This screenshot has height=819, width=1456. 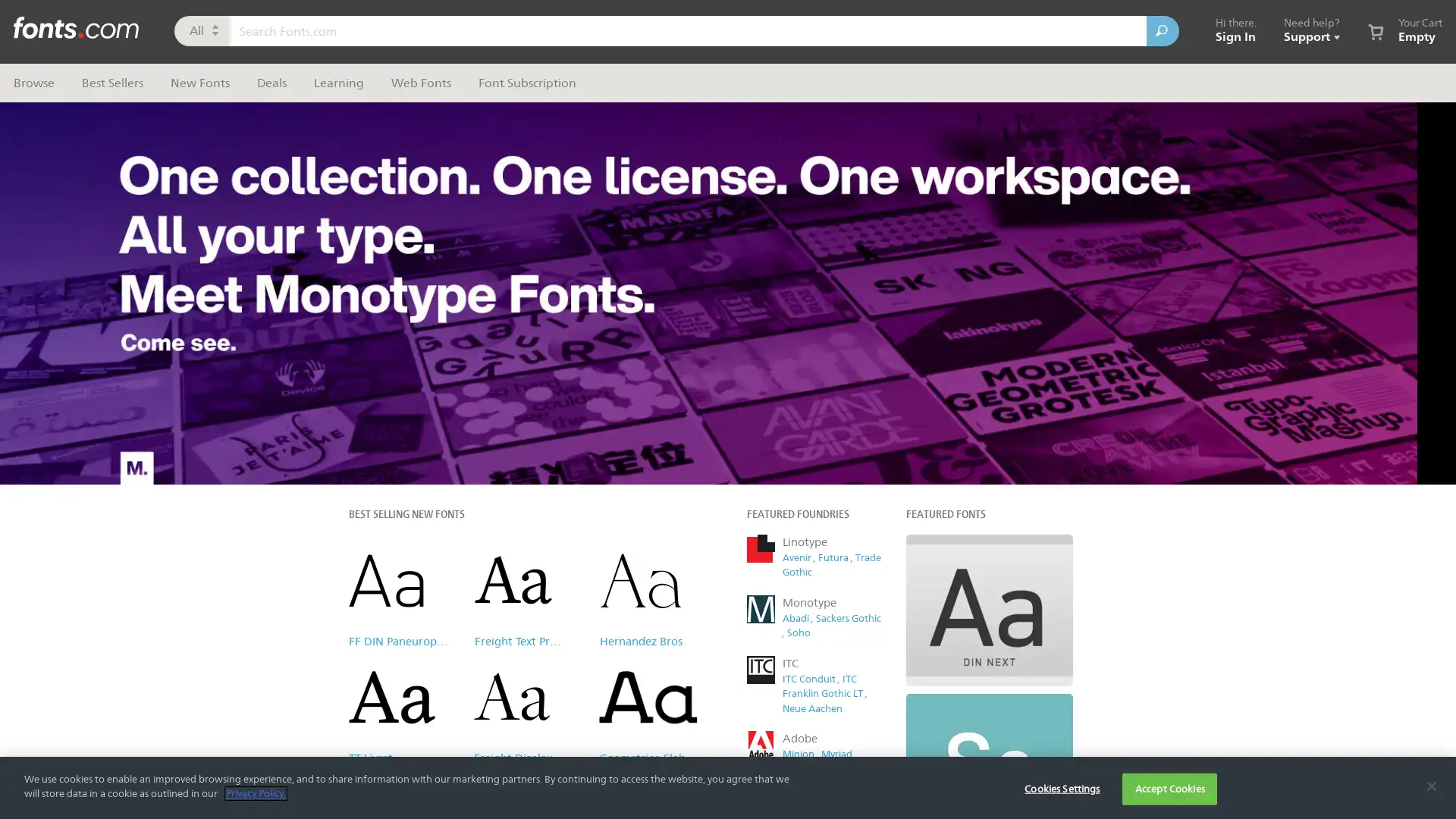 What do you see at coordinates (1162, 31) in the screenshot?
I see `Search` at bounding box center [1162, 31].